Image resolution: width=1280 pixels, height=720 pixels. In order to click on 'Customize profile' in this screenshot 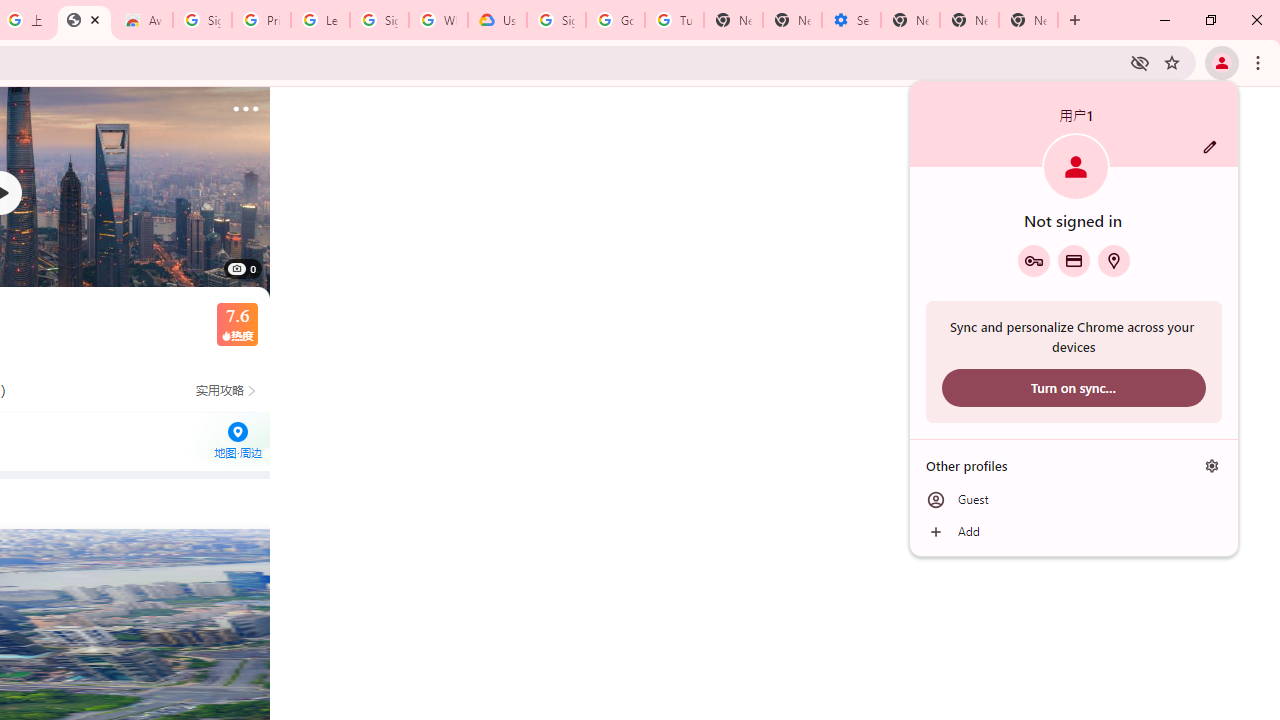, I will do `click(1209, 146)`.